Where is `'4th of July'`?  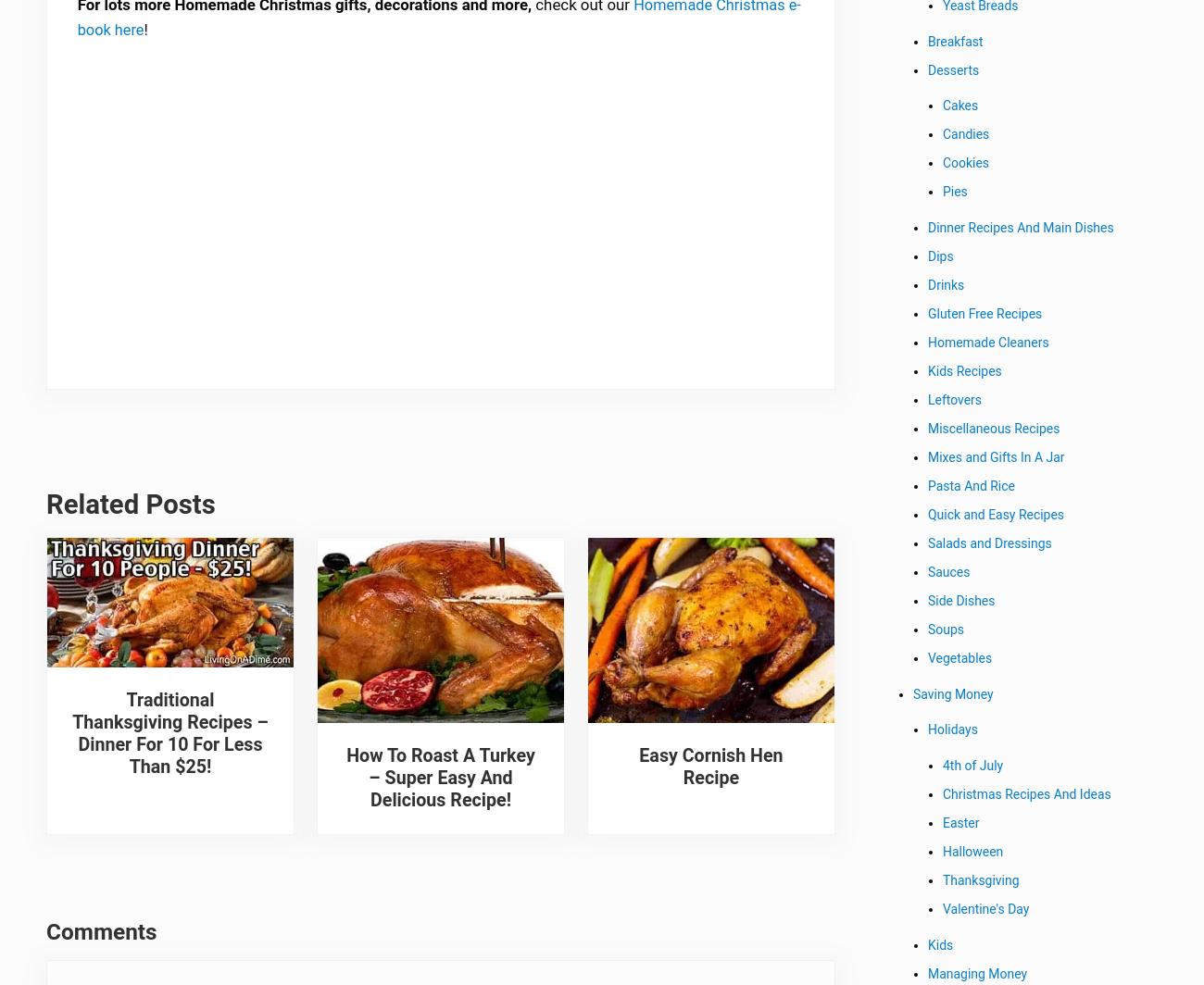 '4th of July' is located at coordinates (972, 768).